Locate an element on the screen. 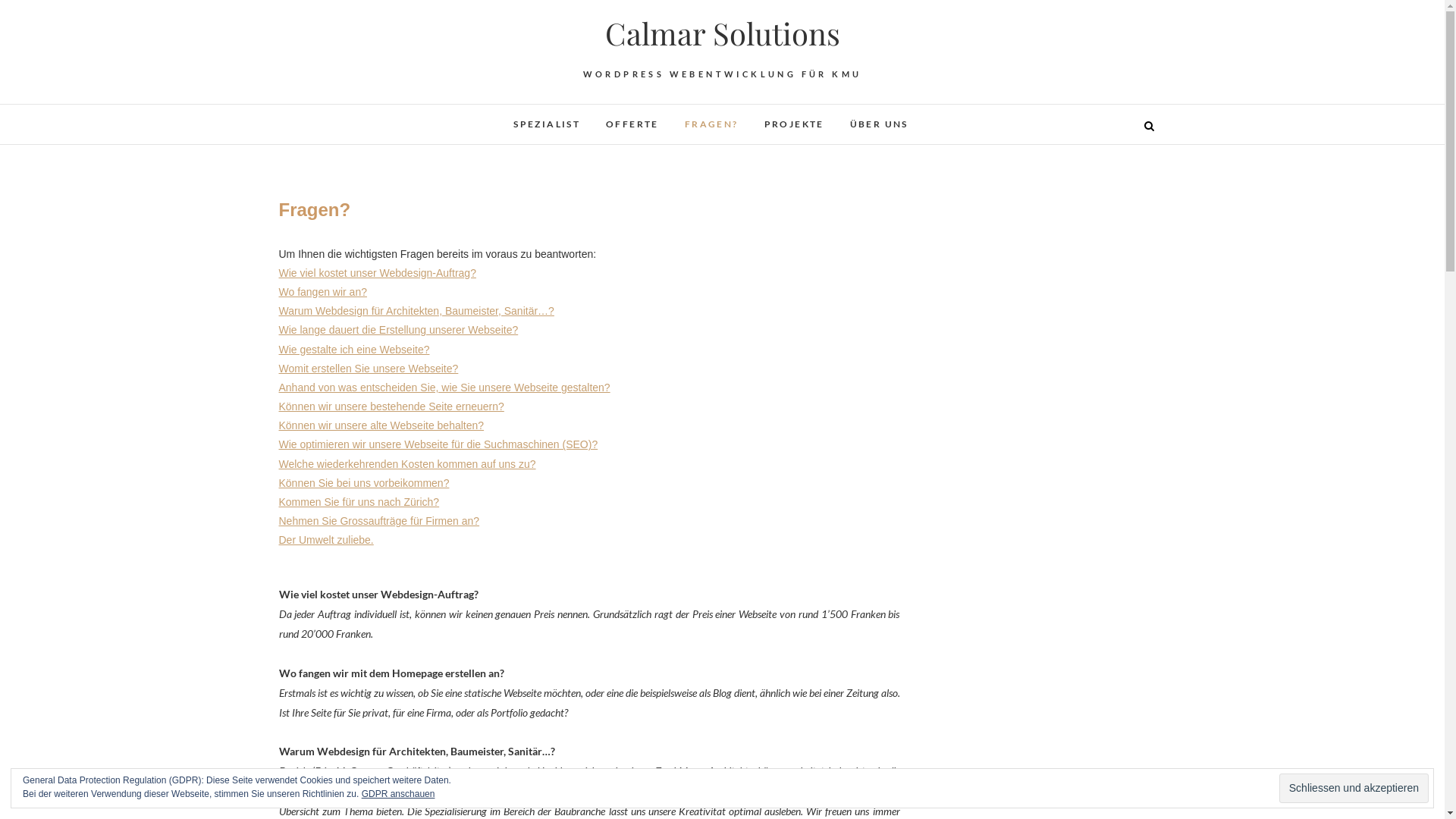 The height and width of the screenshot is (819, 1456). 'Womit erstellen Sie unsere Webseite?' is located at coordinates (369, 369).